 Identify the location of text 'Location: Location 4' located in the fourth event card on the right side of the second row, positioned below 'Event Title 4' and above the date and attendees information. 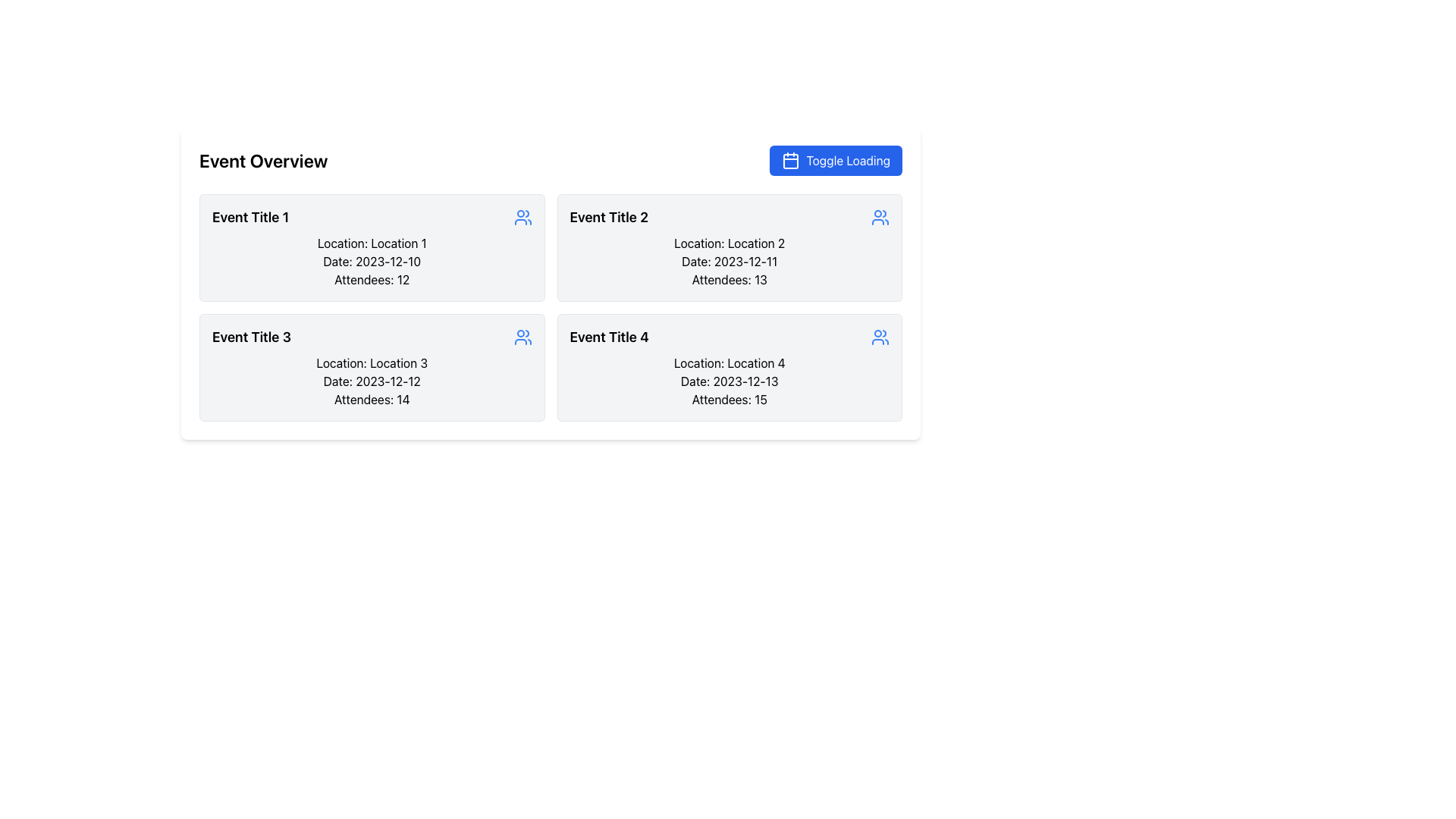
(730, 362).